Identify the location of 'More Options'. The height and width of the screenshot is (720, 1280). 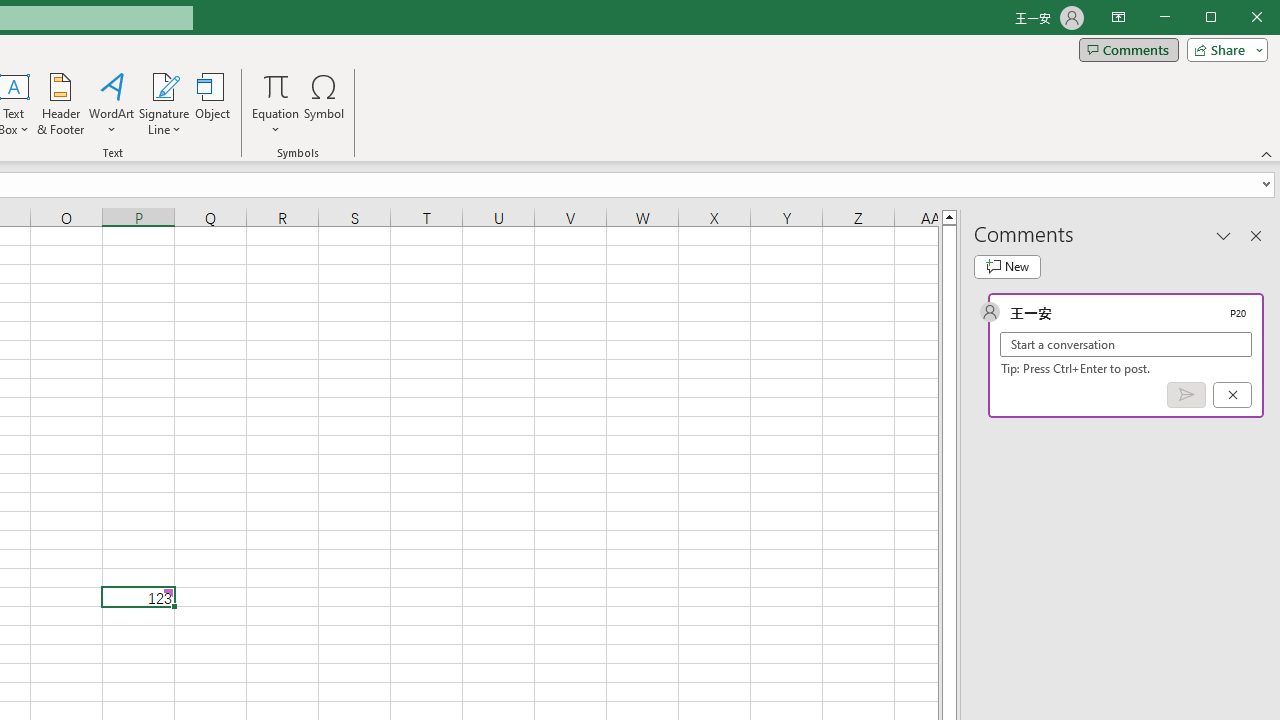
(274, 123).